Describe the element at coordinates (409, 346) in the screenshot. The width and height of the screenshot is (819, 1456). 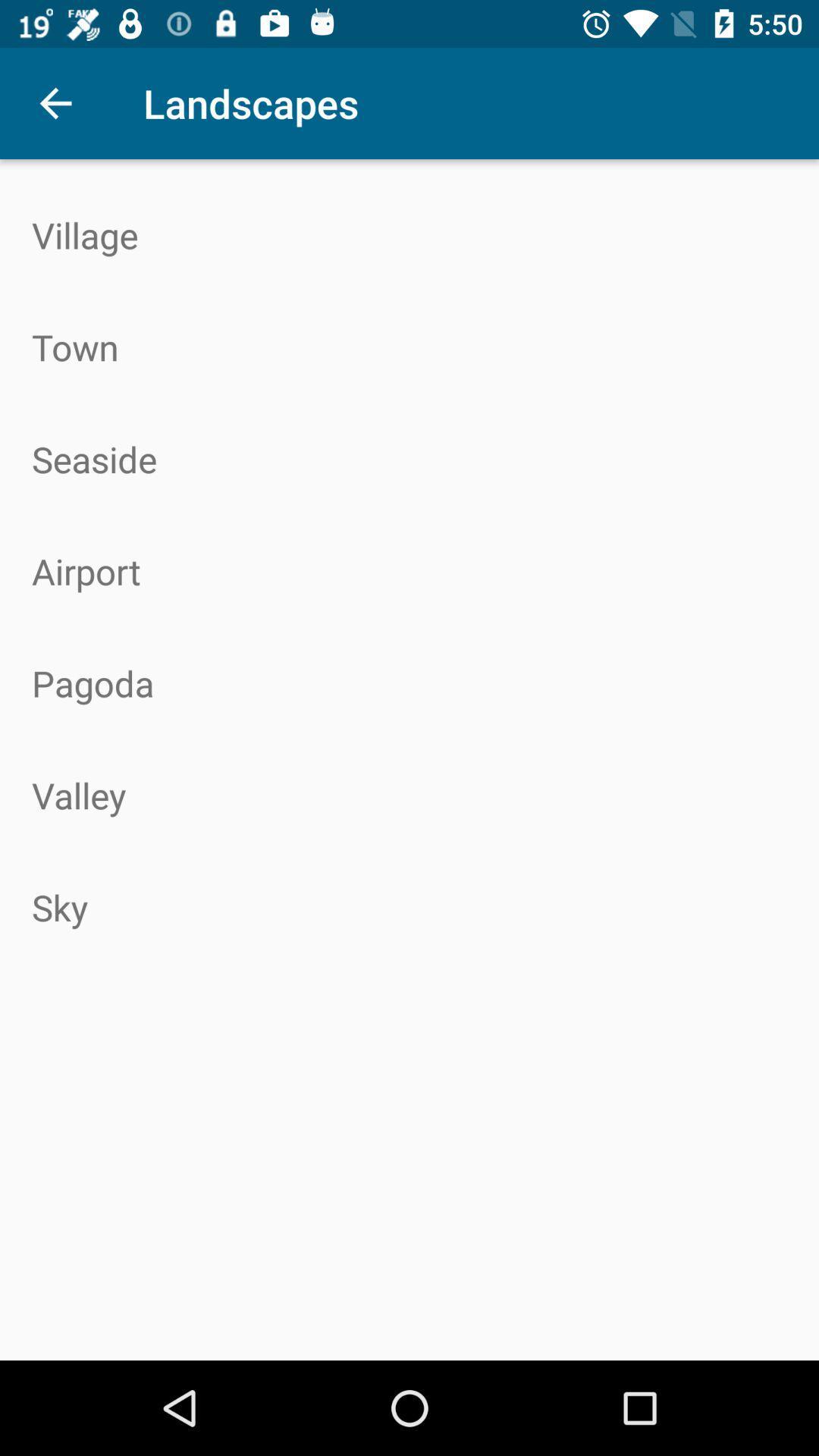
I see `the icon above seaside item` at that location.